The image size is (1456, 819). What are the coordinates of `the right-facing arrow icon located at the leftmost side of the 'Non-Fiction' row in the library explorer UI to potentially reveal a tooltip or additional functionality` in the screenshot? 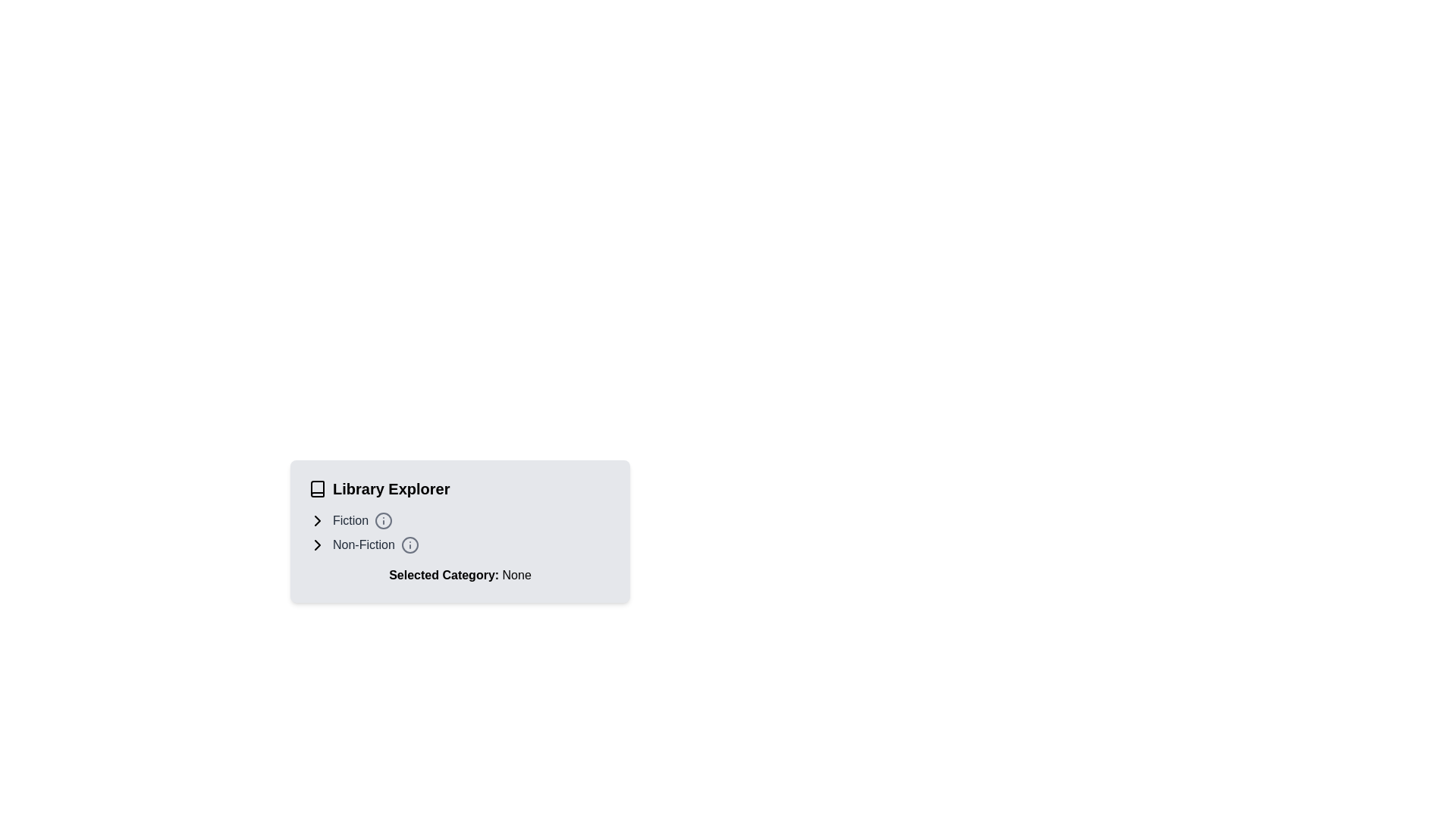 It's located at (316, 544).